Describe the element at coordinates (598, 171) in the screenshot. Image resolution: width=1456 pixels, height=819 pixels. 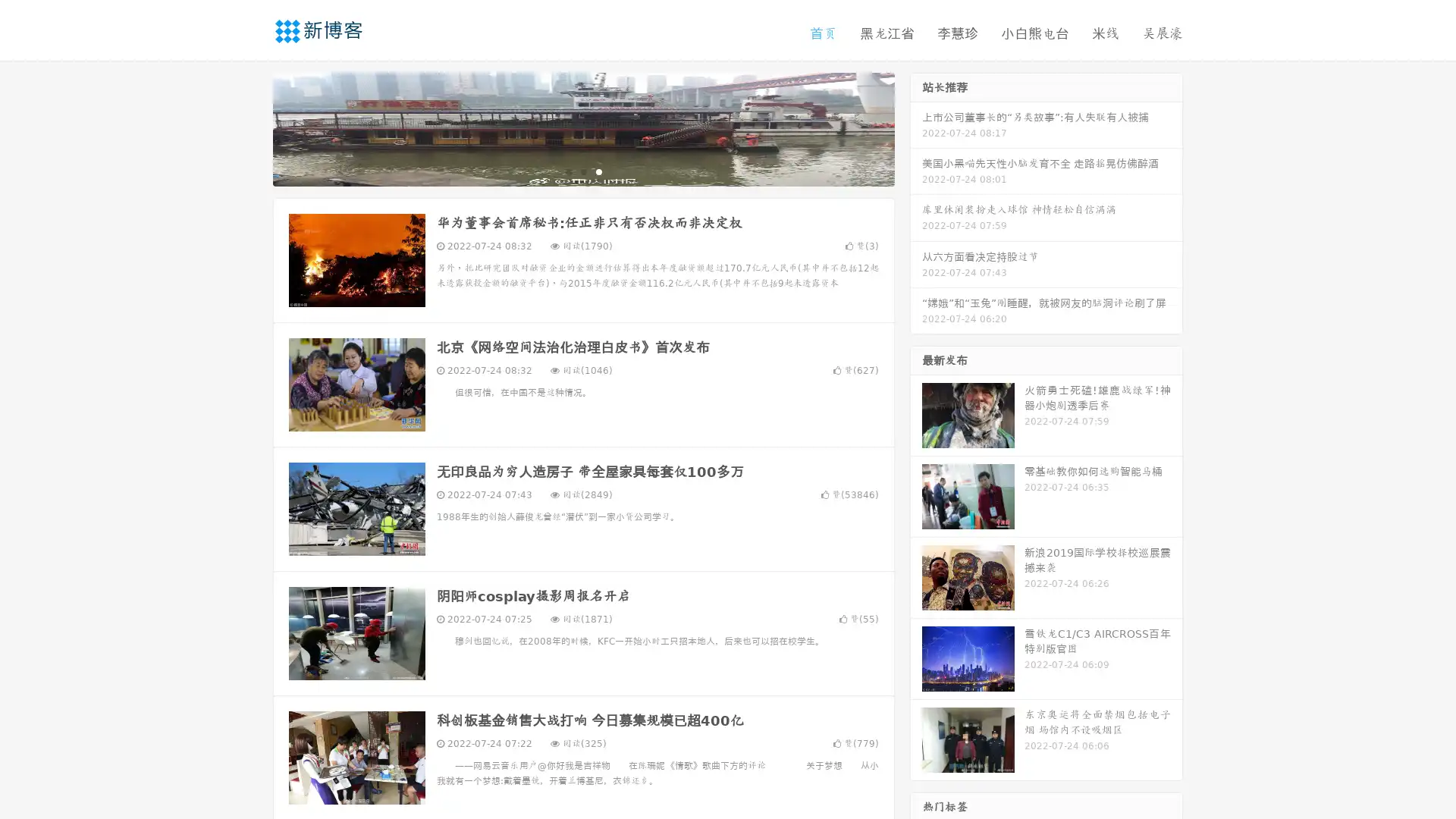
I see `Go to slide 3` at that location.